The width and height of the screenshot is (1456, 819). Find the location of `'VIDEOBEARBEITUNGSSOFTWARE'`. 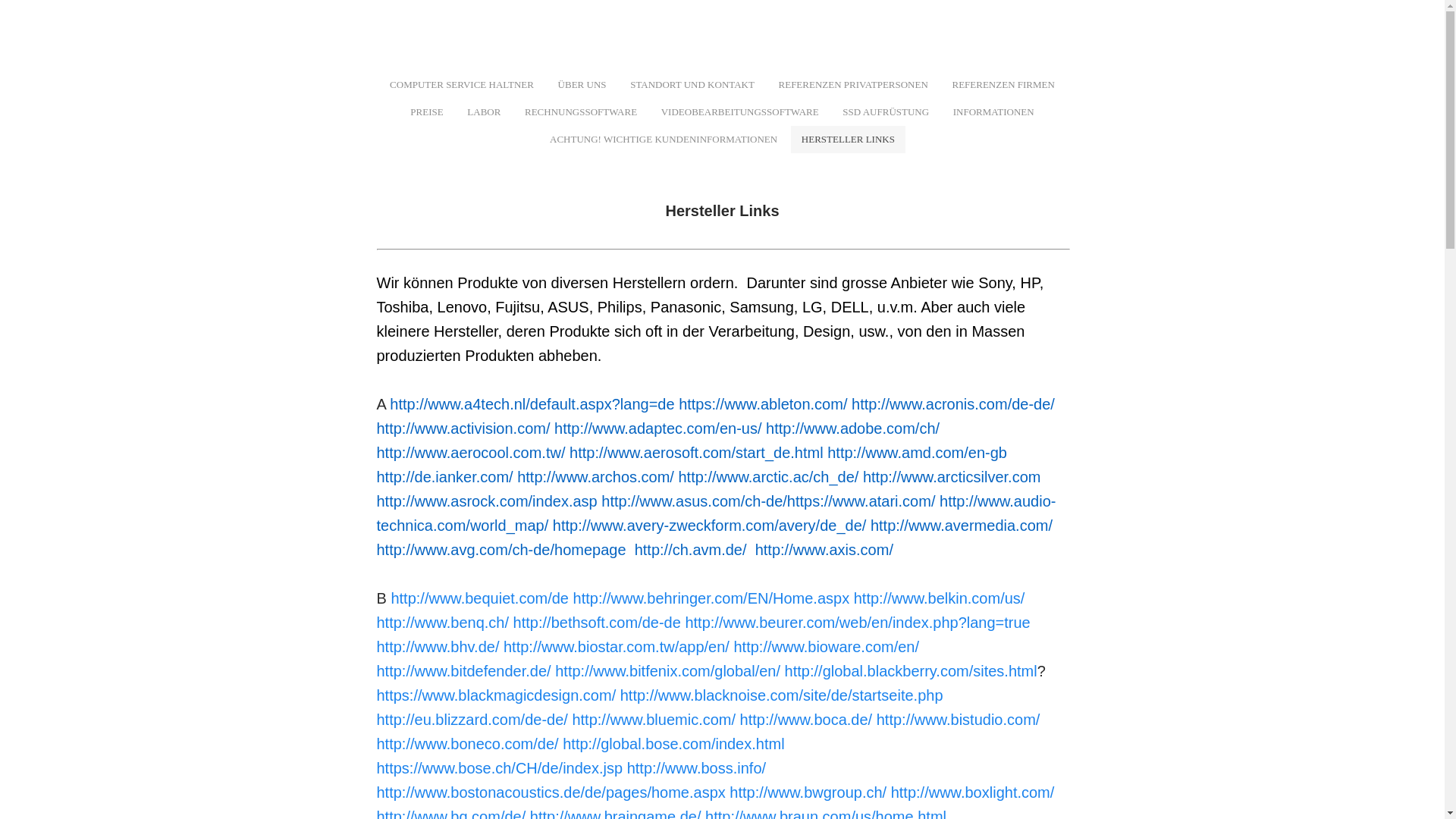

'VIDEOBEARBEITUNGSSOFTWARE' is located at coordinates (739, 111).